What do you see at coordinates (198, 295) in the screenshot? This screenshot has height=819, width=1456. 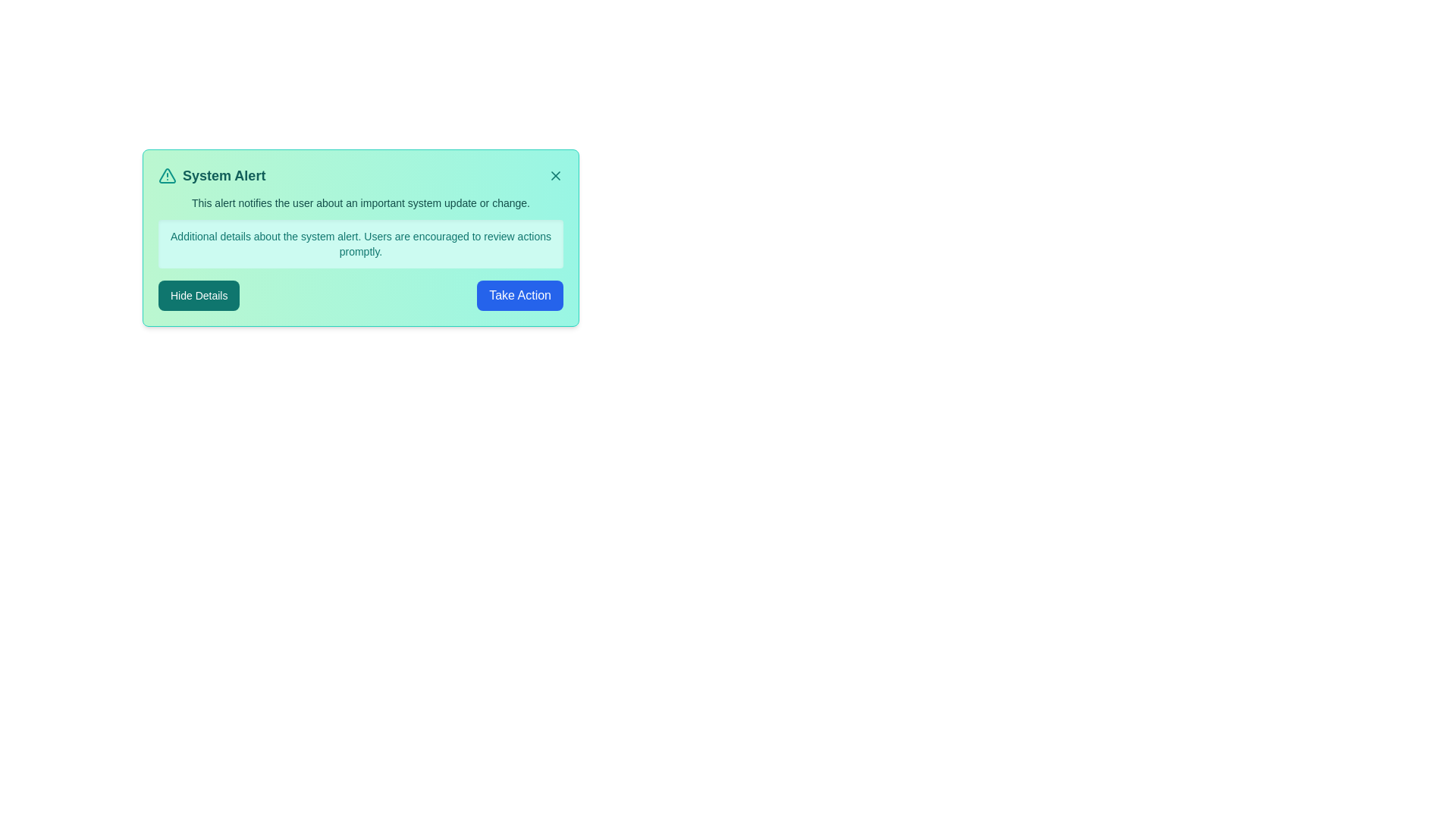 I see `the 'Hide Details' button to toggle the visibility of additional details` at bounding box center [198, 295].